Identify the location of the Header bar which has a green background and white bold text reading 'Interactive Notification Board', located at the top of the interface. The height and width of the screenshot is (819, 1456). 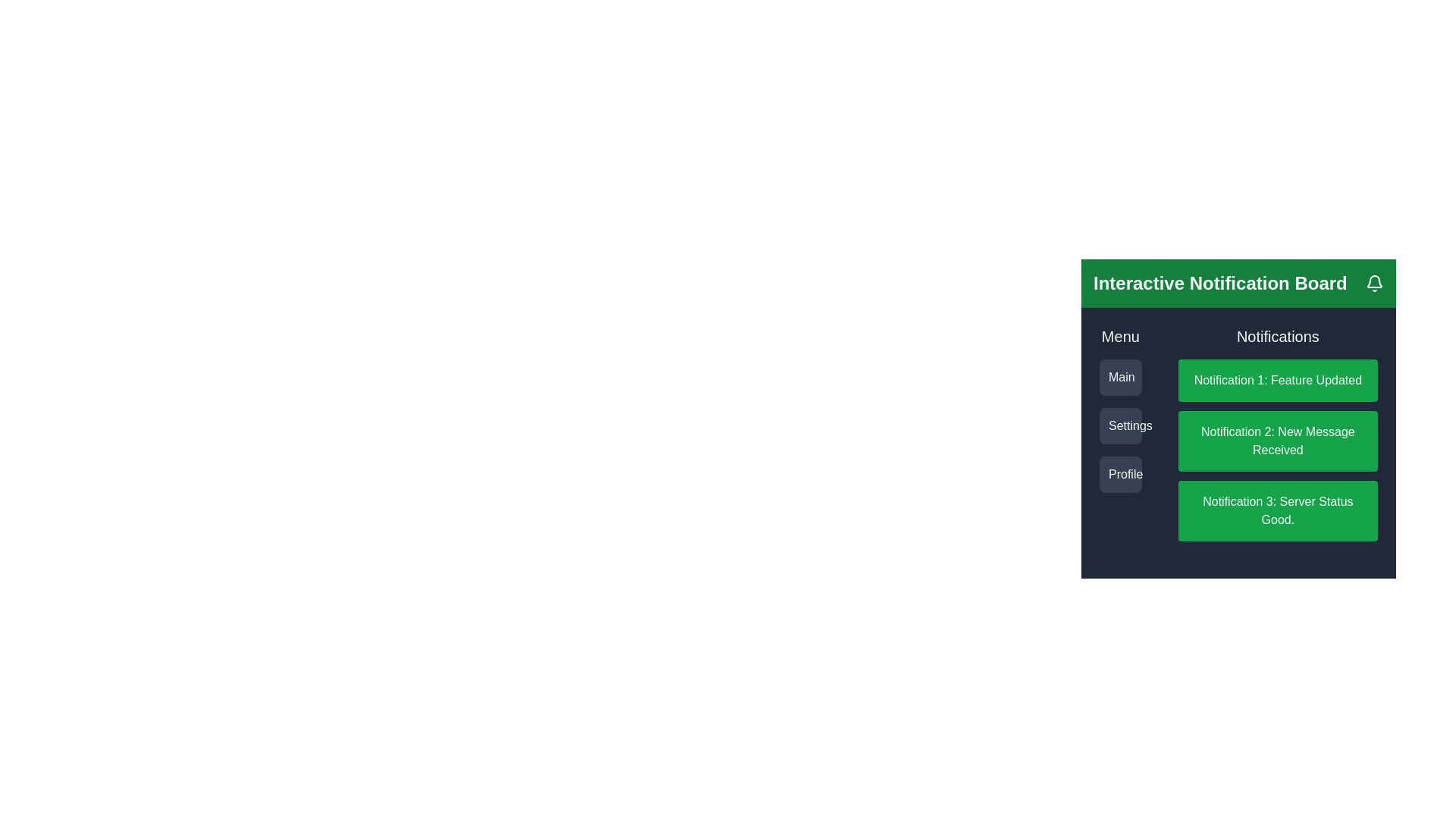
(1238, 284).